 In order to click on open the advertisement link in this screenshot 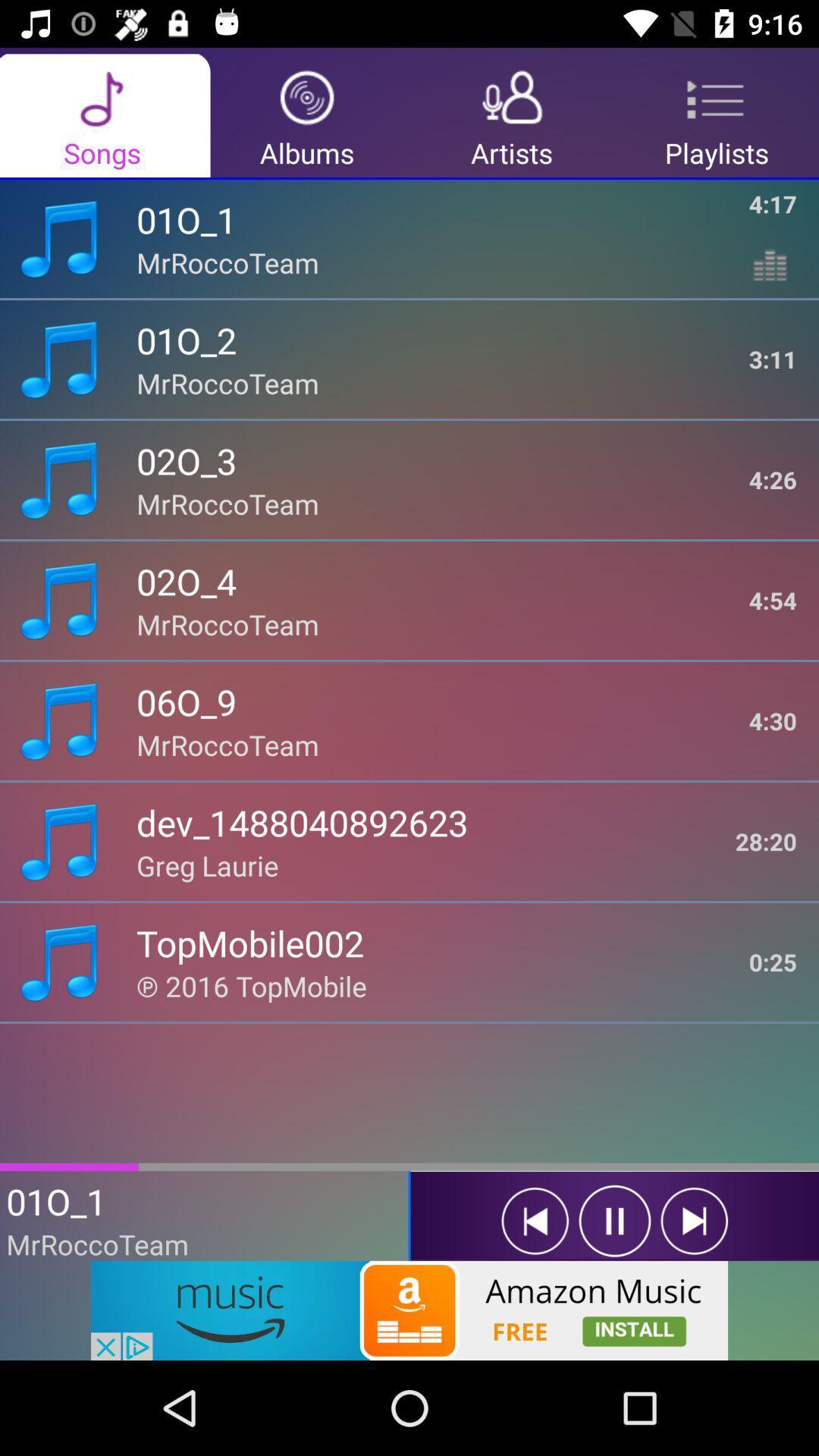, I will do `click(409, 1310)`.